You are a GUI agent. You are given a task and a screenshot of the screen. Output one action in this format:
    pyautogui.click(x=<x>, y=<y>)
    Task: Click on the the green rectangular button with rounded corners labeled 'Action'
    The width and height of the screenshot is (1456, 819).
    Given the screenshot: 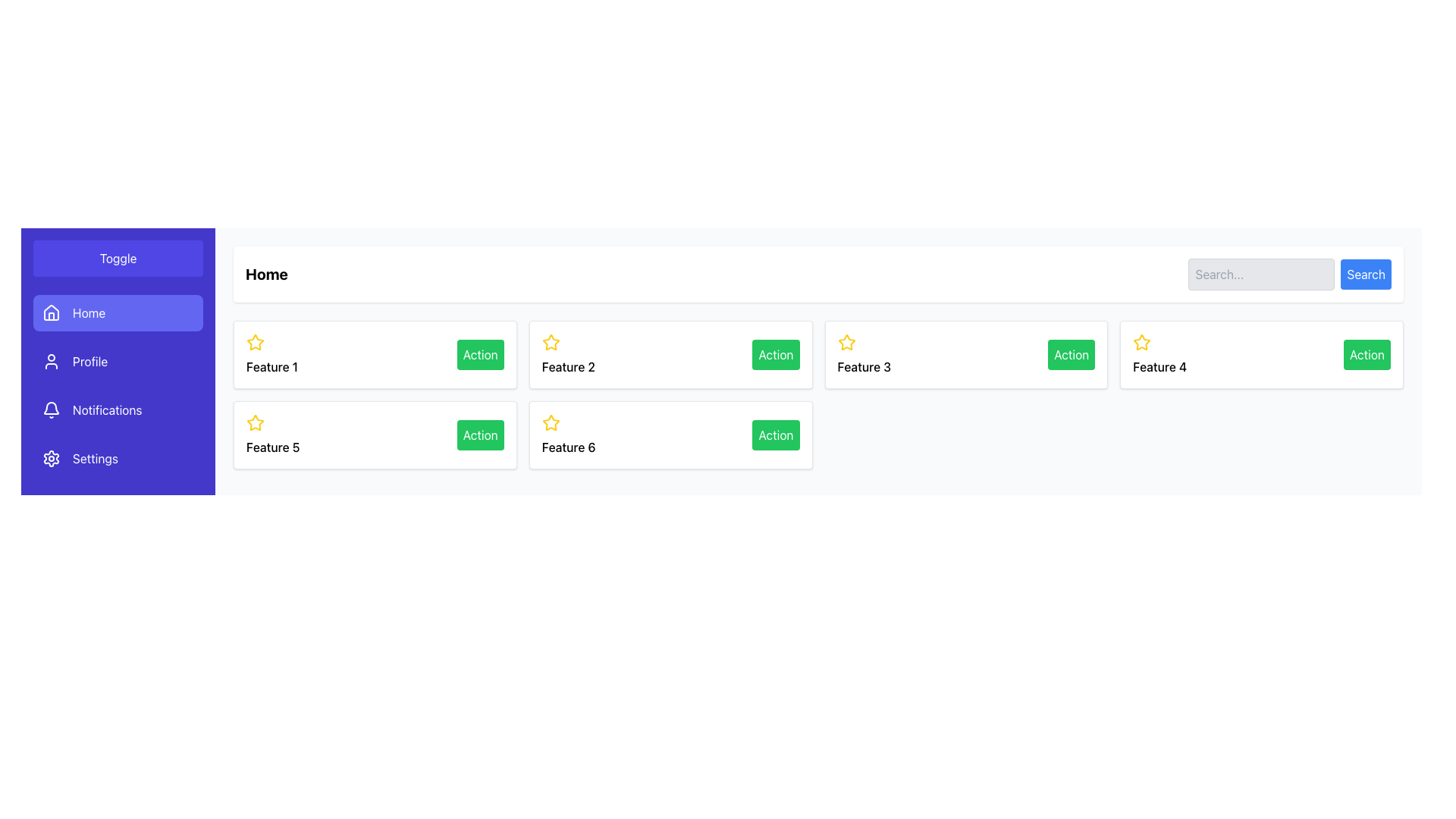 What is the action you would take?
    pyautogui.click(x=1367, y=354)
    